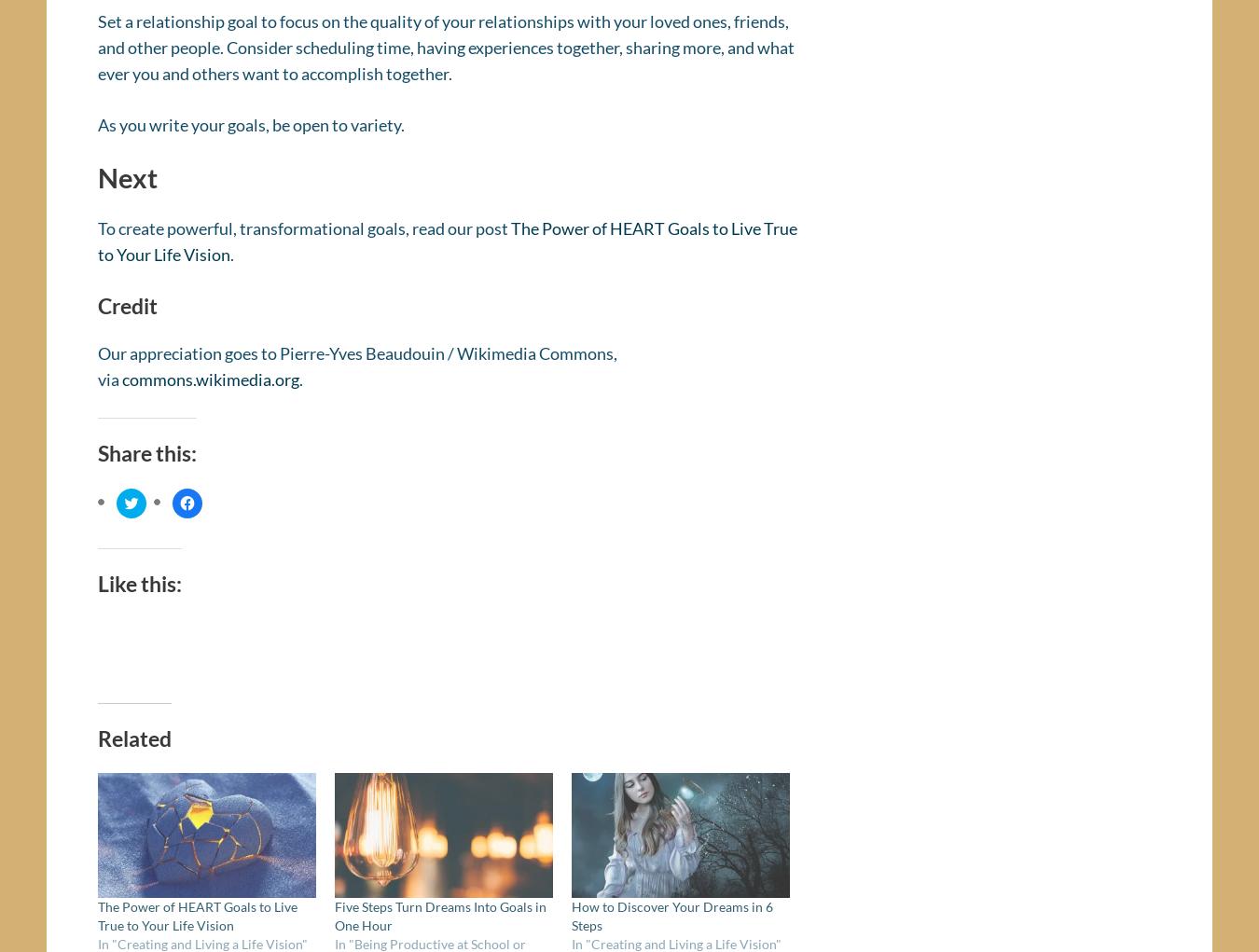 The height and width of the screenshot is (952, 1259). I want to click on 'To create powerful, transformational goals, read our post', so click(303, 232).